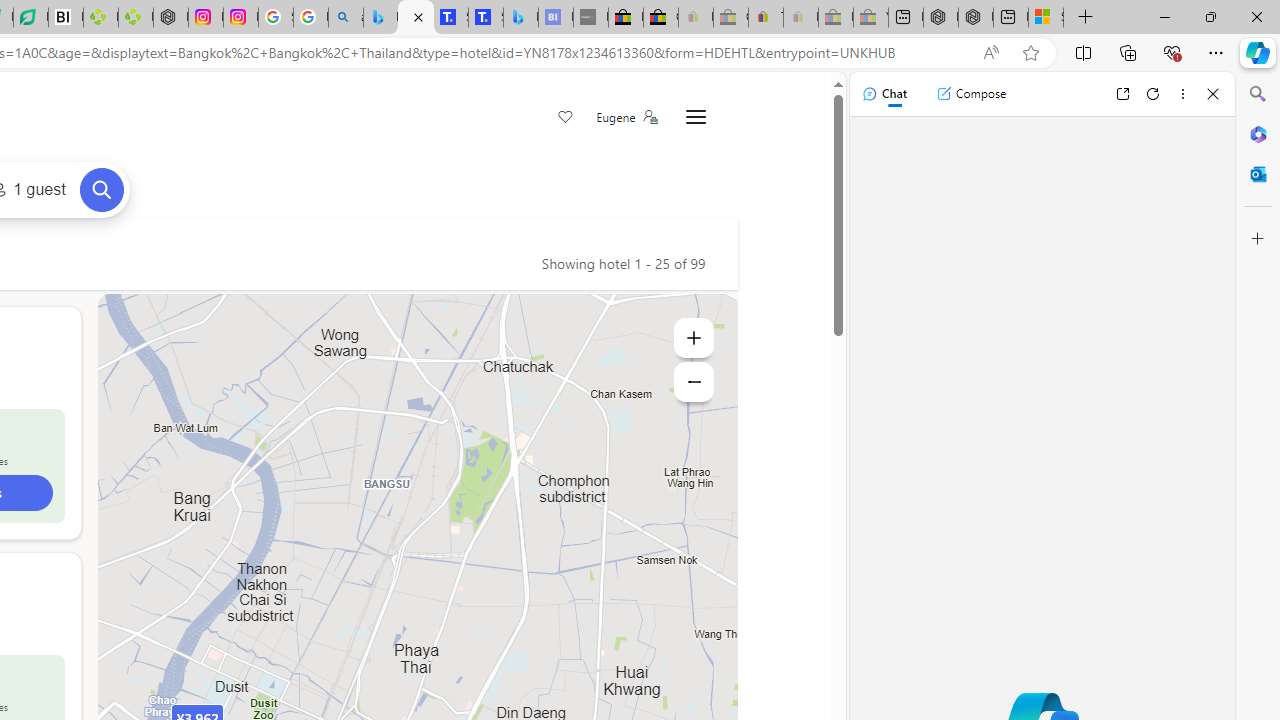 The height and width of the screenshot is (720, 1280). Describe the element at coordinates (31, 17) in the screenshot. I see `'LendingTree - Compare Lenders'` at that location.